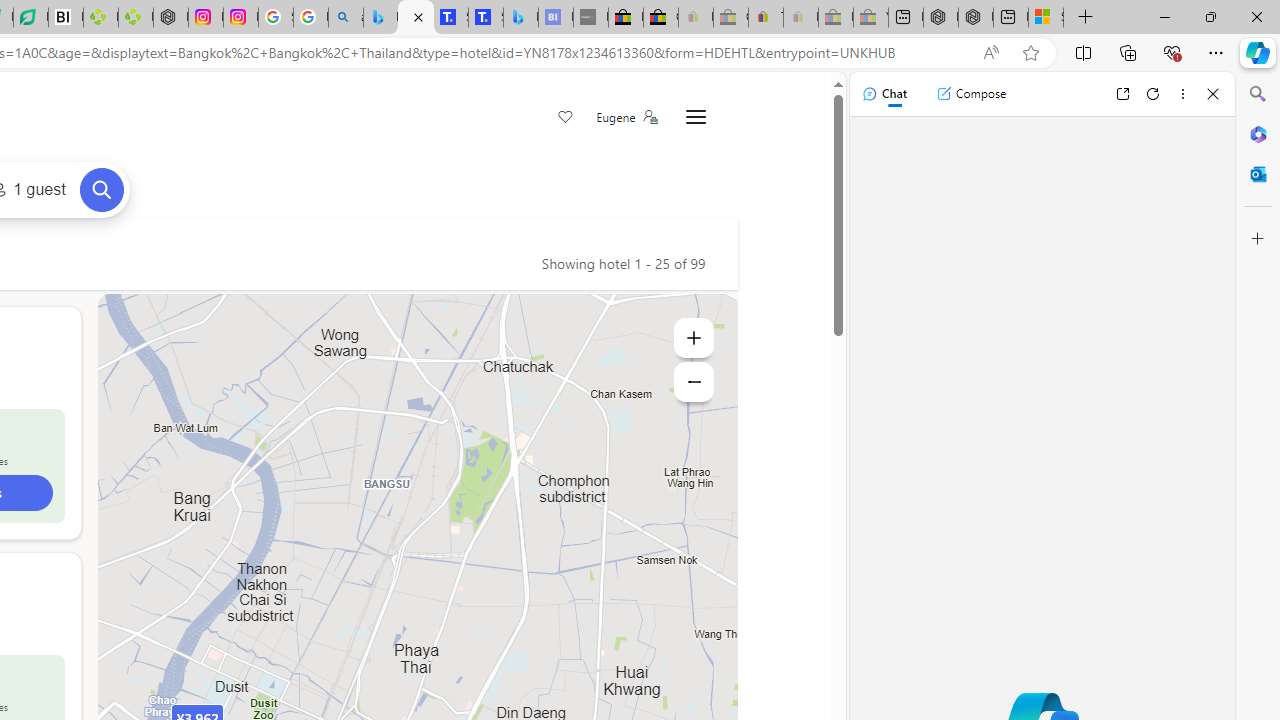 The height and width of the screenshot is (720, 1280). Describe the element at coordinates (31, 17) in the screenshot. I see `'LendingTree - Compare Lenders'` at that location.